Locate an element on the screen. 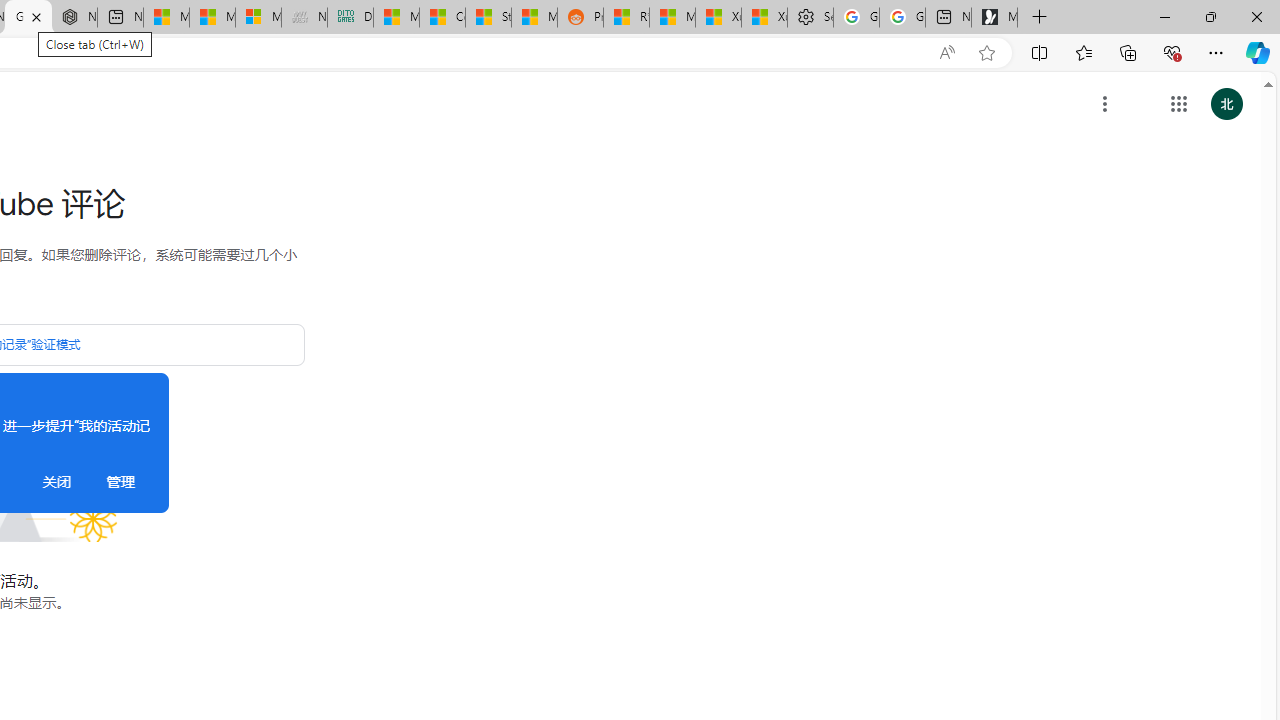 This screenshot has height=720, width=1280. 'Class: gb_E' is located at coordinates (1178, 104).